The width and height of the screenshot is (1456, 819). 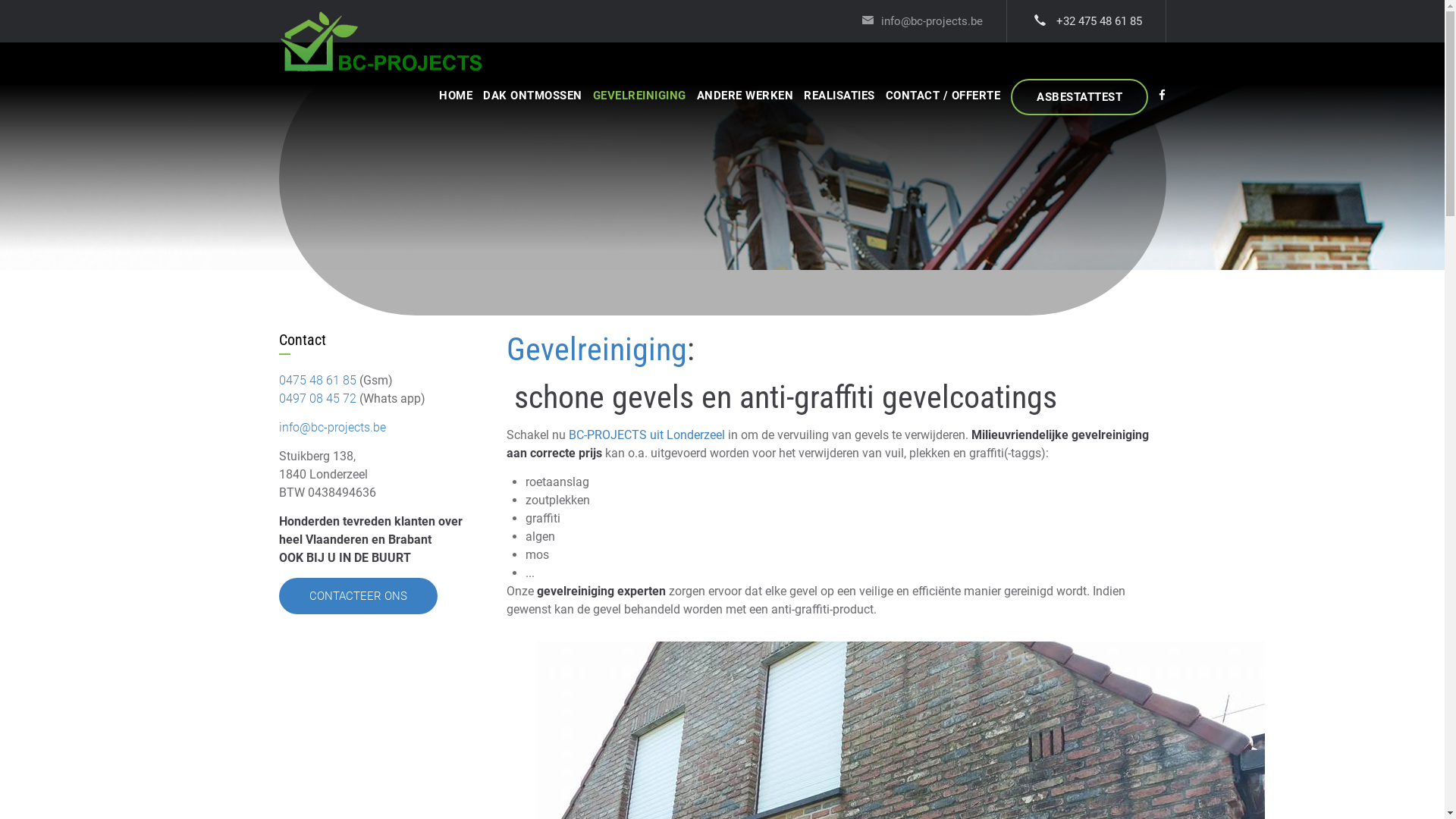 I want to click on 'info@bc-projects.be', so click(x=331, y=427).